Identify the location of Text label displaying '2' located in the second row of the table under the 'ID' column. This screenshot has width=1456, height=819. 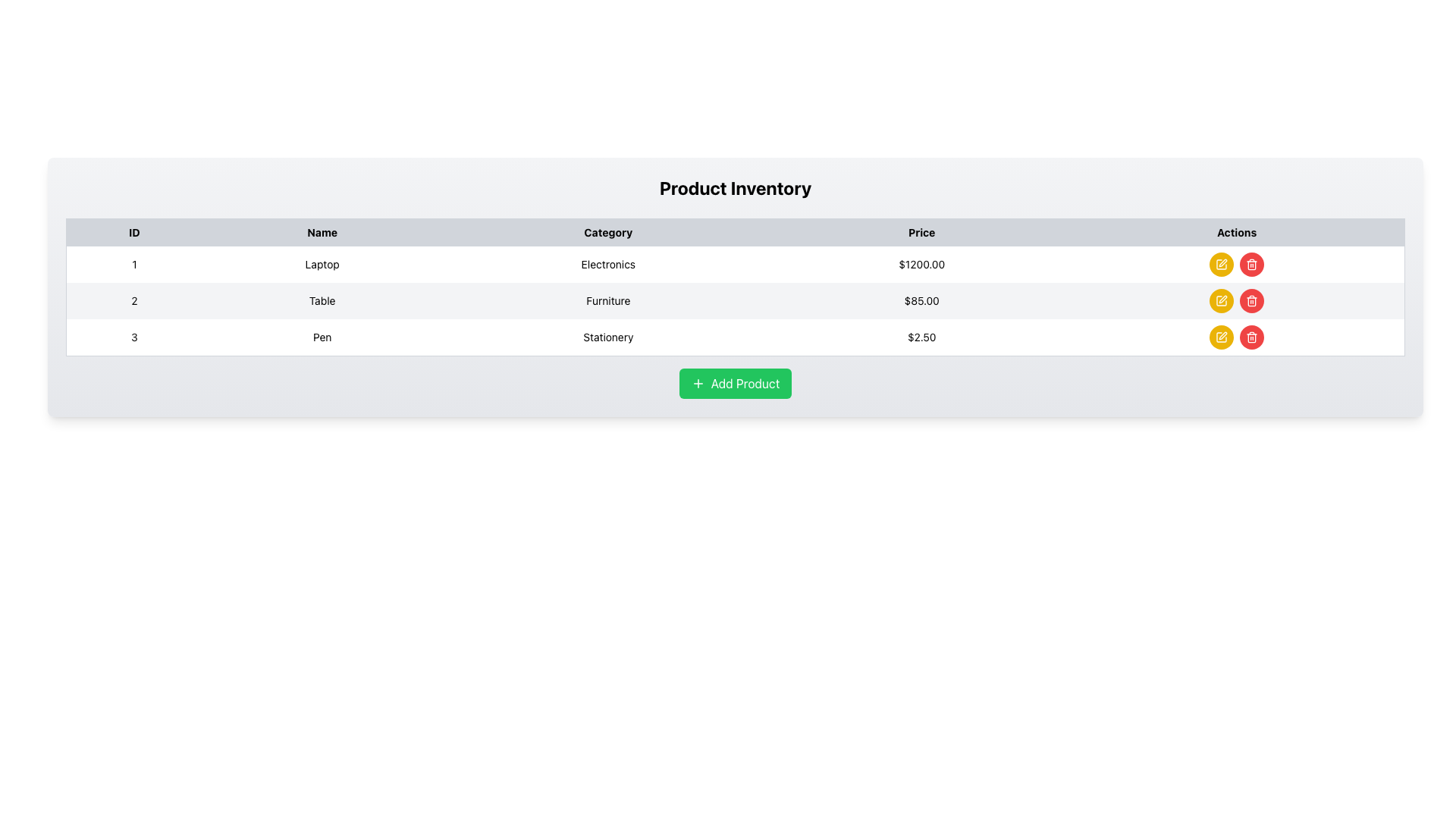
(134, 301).